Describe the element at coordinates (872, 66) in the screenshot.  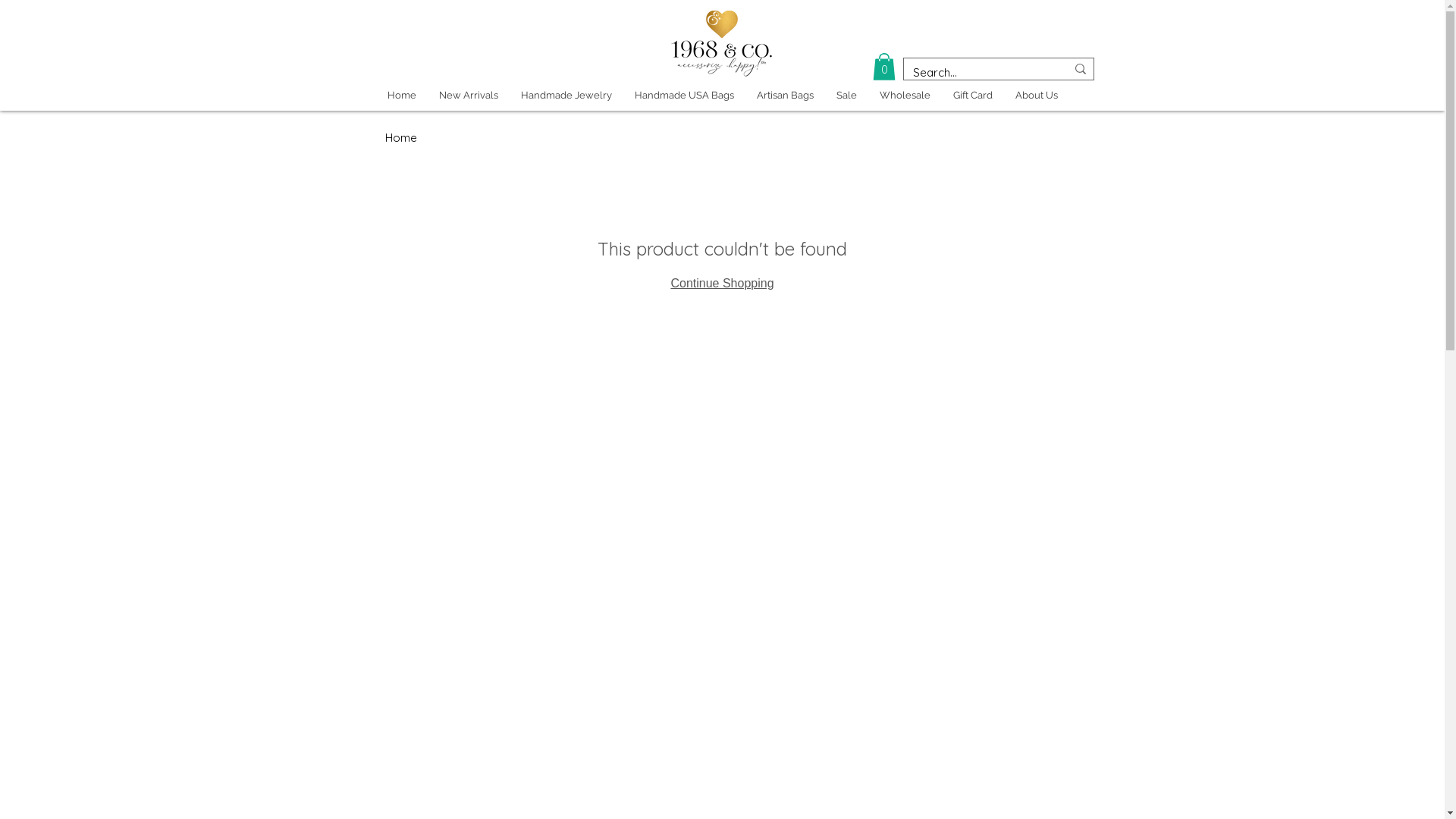
I see `'0'` at that location.